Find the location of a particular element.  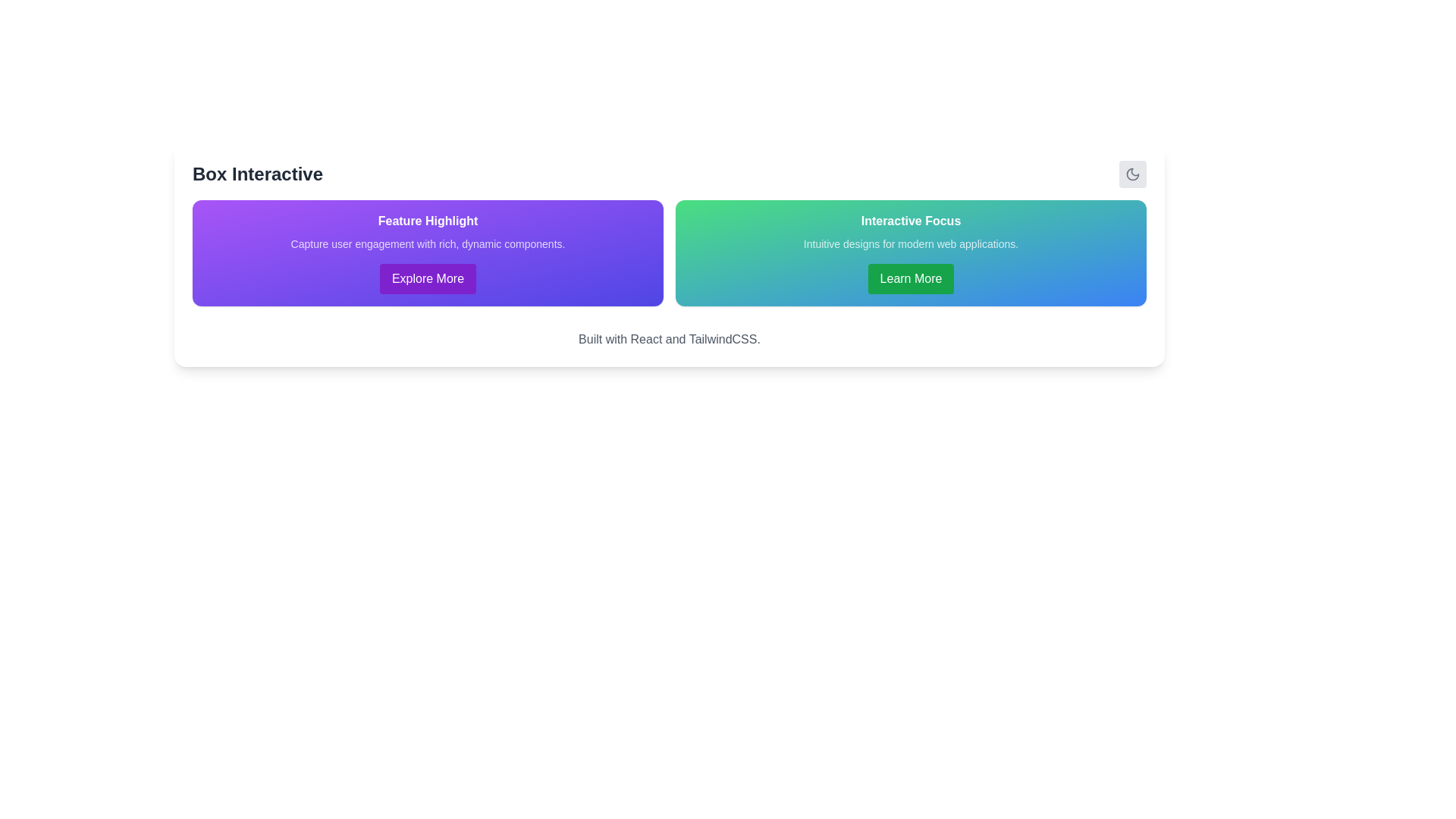

the 'Learn More' button with a green background that changes to teal on hover, located below the title 'Interactive Focus' is located at coordinates (910, 278).